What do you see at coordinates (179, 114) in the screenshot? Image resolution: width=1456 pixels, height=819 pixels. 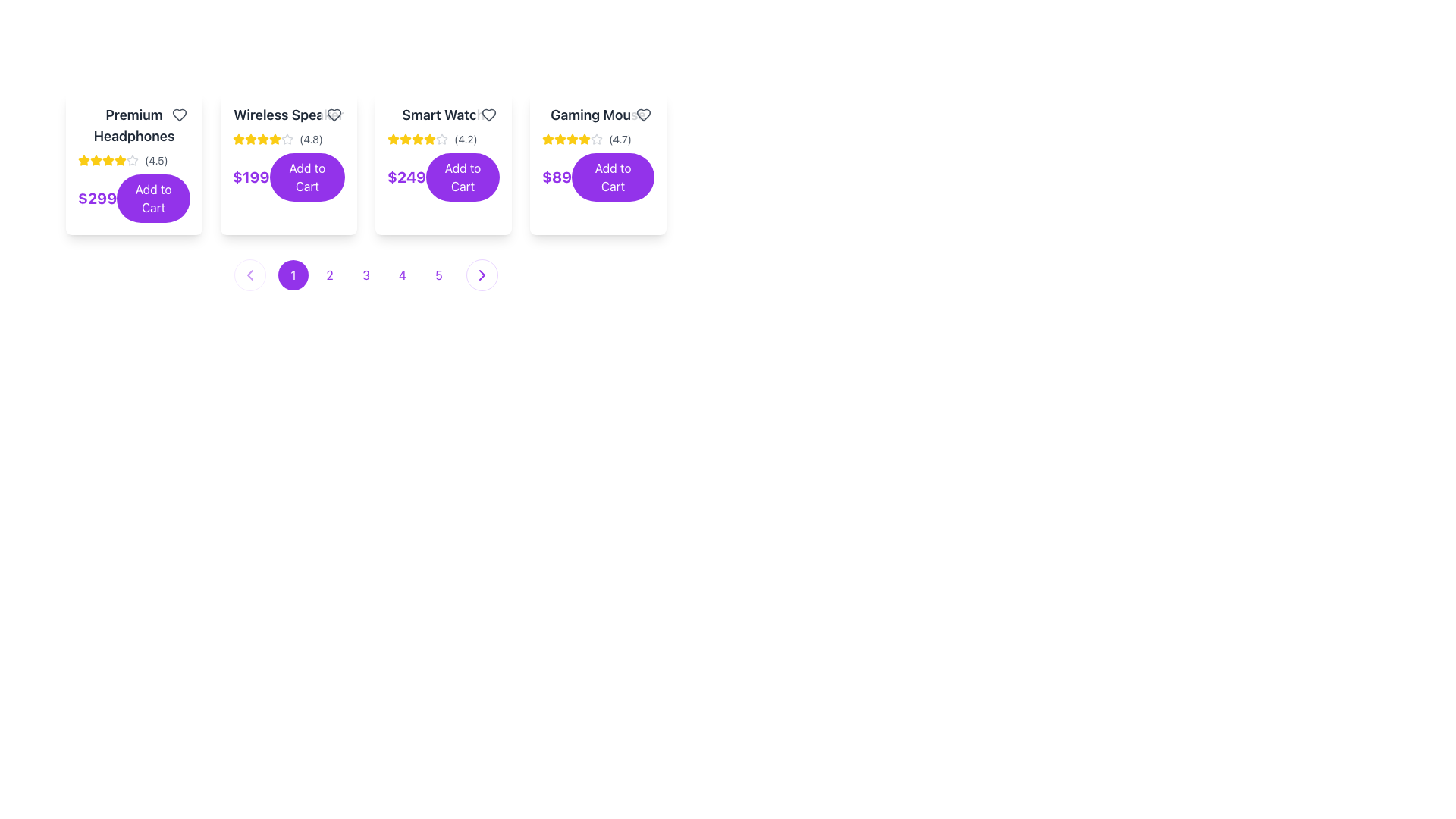 I see `the heart-shaped icon button located at the top-right corner of the 'Premium Headphones' card` at bounding box center [179, 114].